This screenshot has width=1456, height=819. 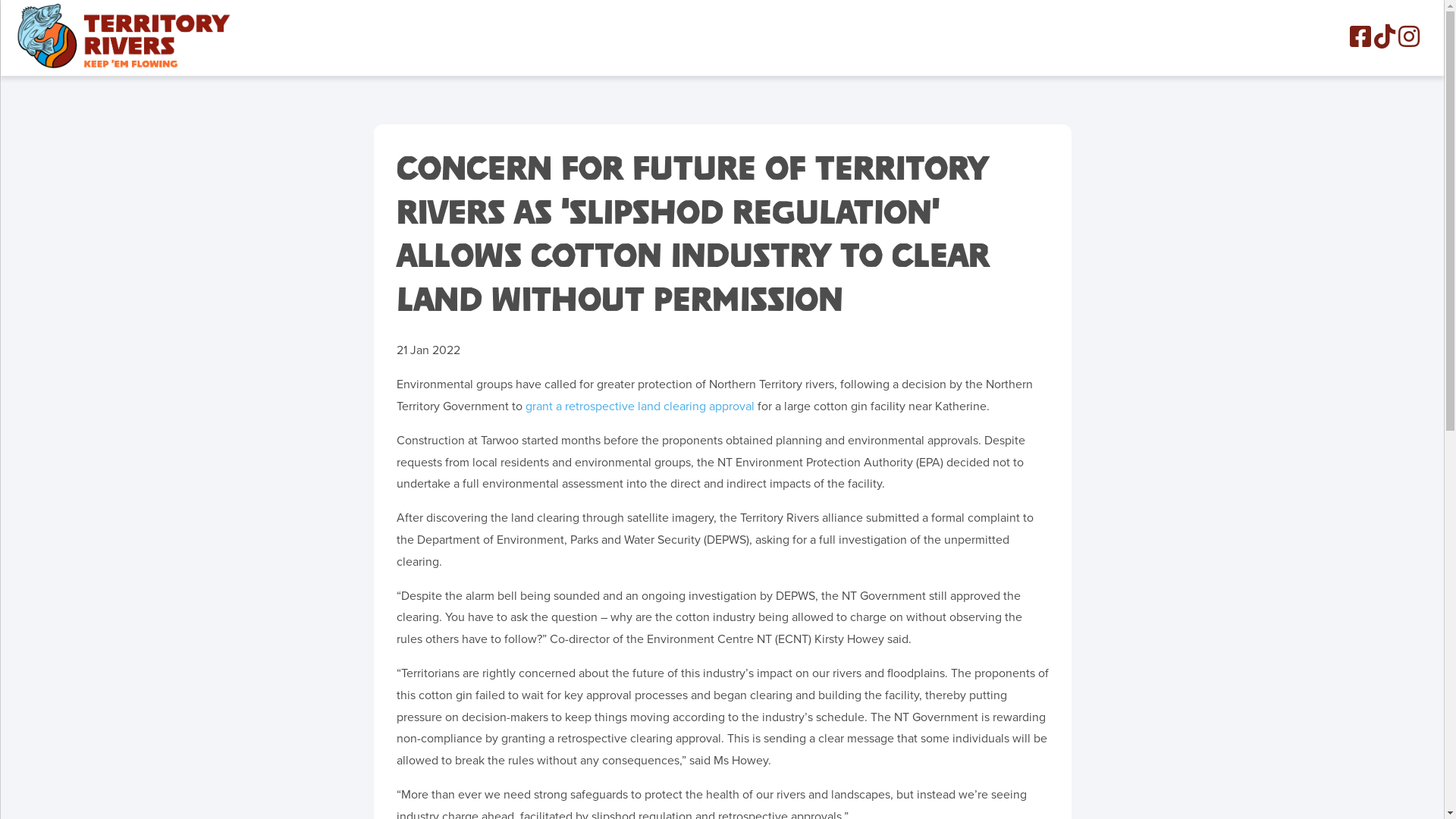 I want to click on 'Find us on facebook', so click(x=1360, y=40).